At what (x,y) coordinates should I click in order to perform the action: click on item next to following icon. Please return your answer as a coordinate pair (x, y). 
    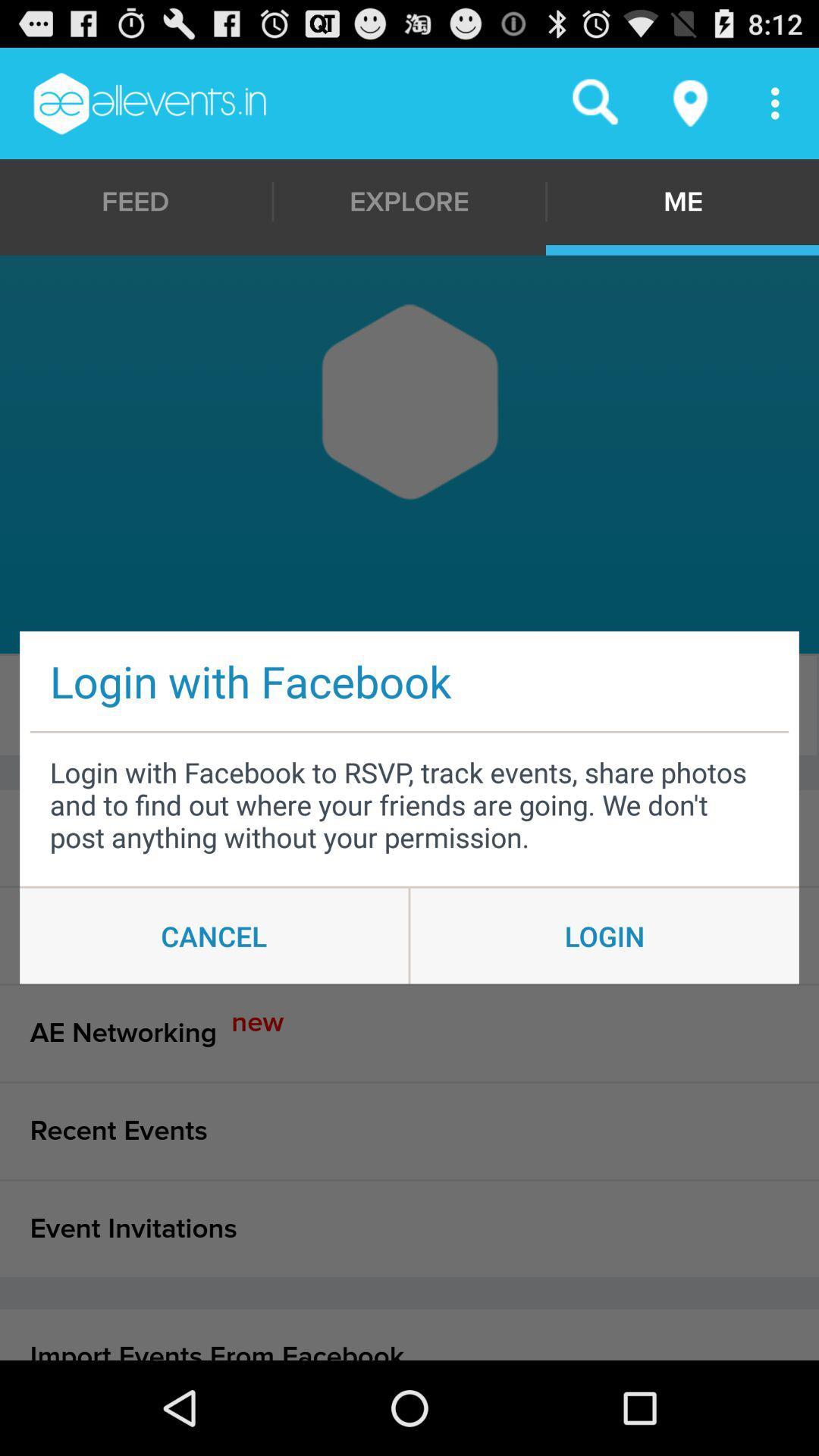
    Looking at the image, I should click on (405, 704).